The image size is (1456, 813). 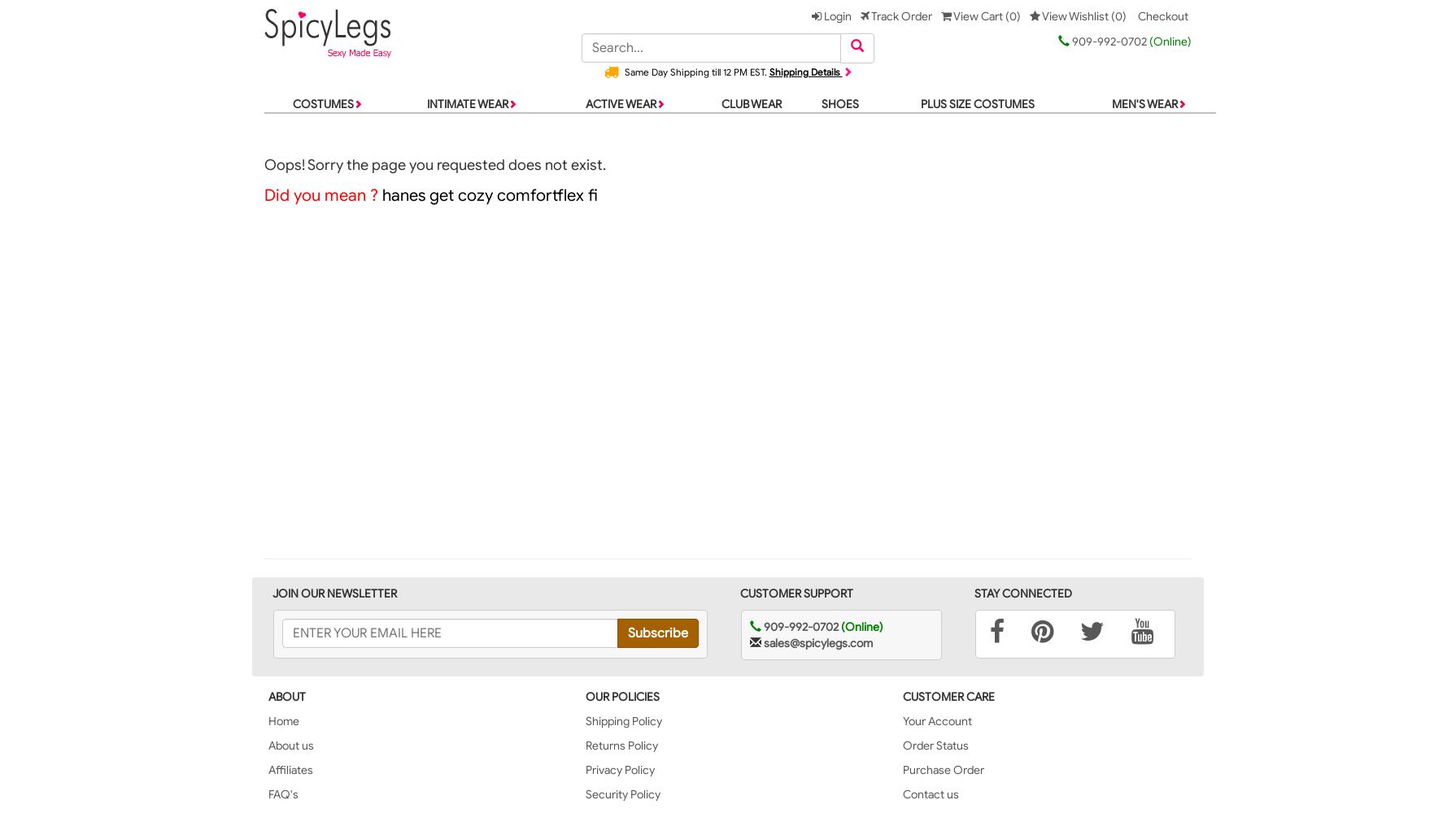 What do you see at coordinates (487, 194) in the screenshot?
I see `'hanes get cozy comfortflex fi'` at bounding box center [487, 194].